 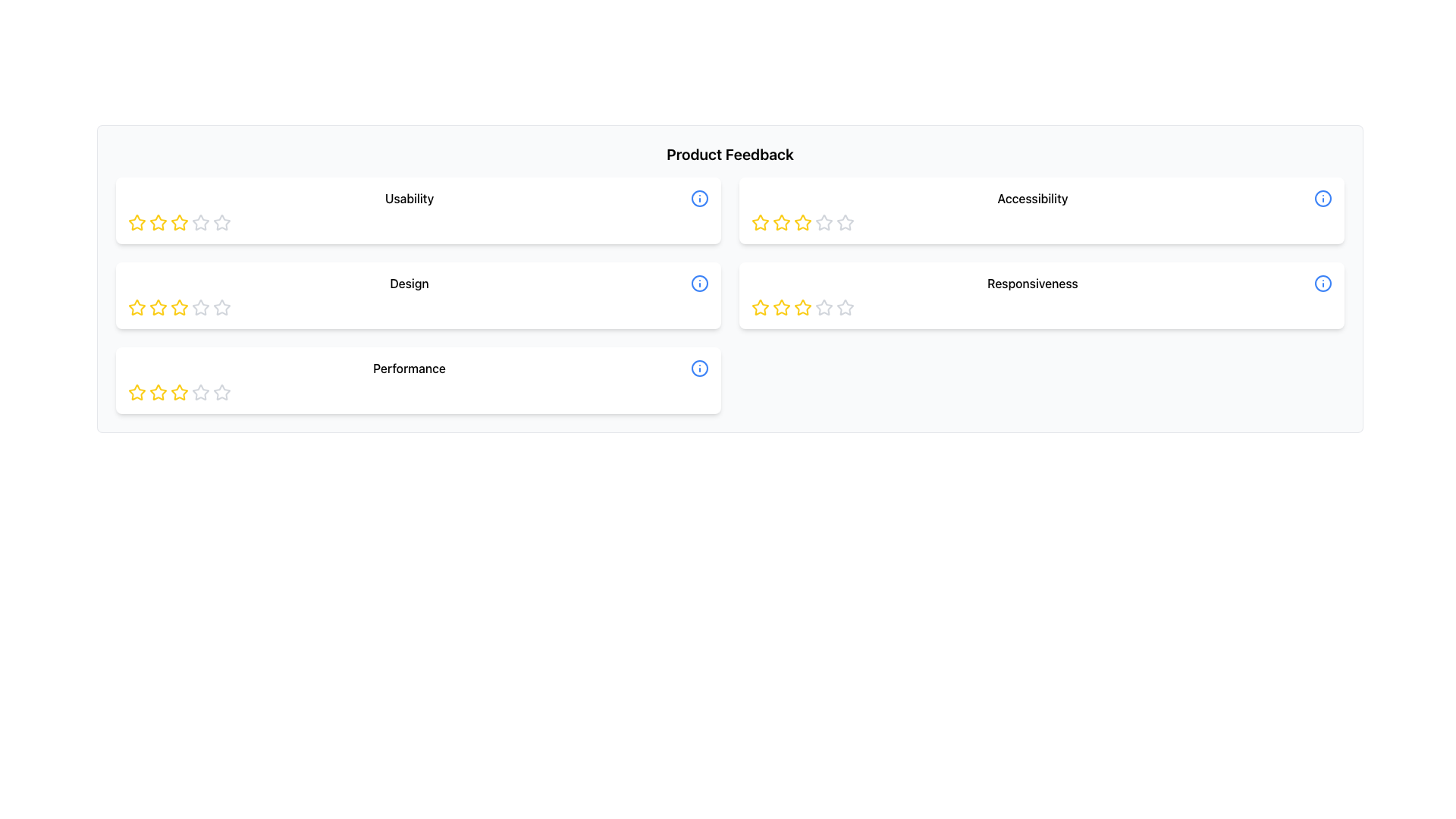 What do you see at coordinates (844, 307) in the screenshot?
I see `the eighth gray star icon in the 'Responsiveness' feedback section` at bounding box center [844, 307].